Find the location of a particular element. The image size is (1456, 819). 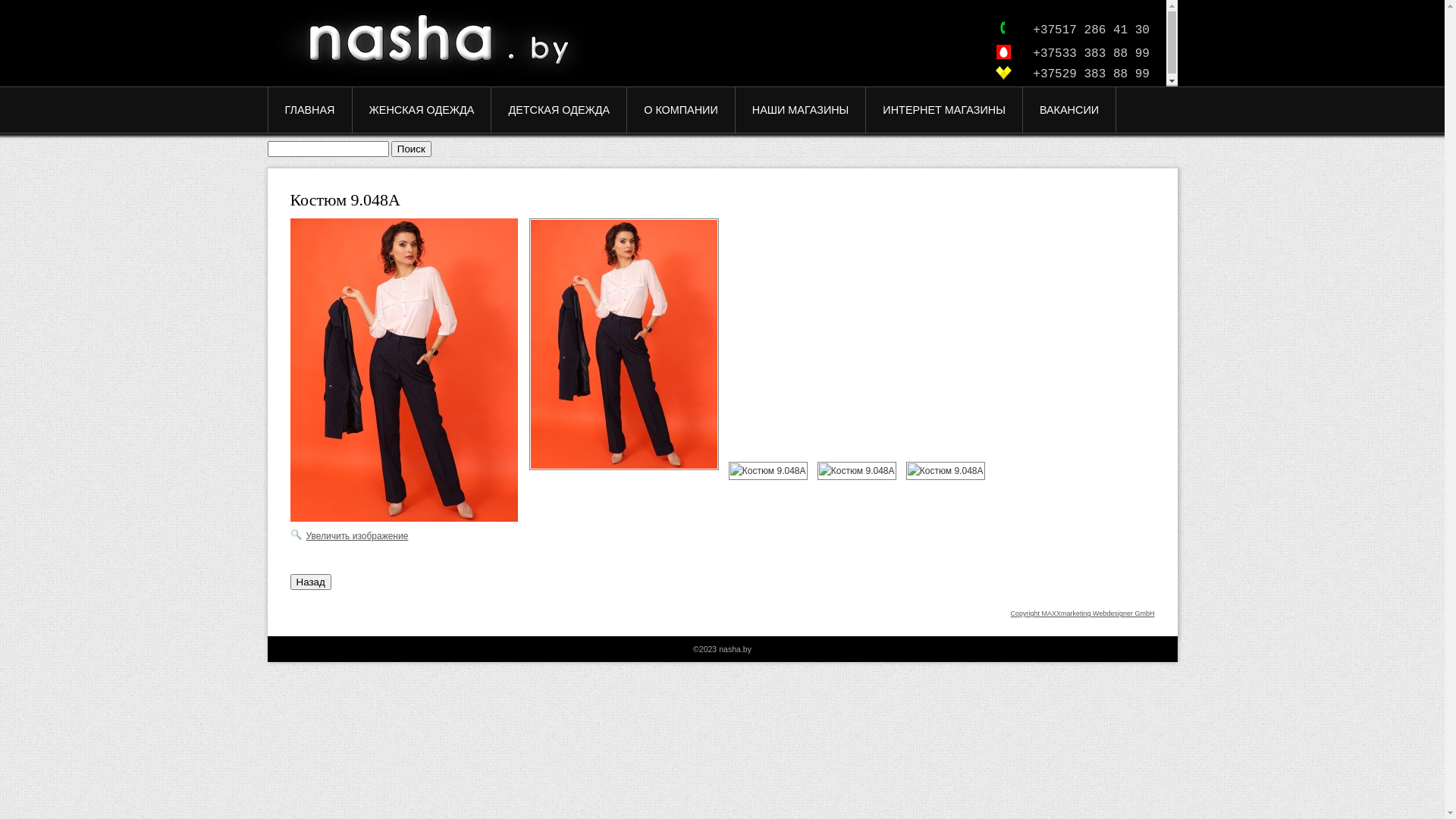

'Copyright MAXXmarketing Webdesigner GmbH' is located at coordinates (1011, 613).